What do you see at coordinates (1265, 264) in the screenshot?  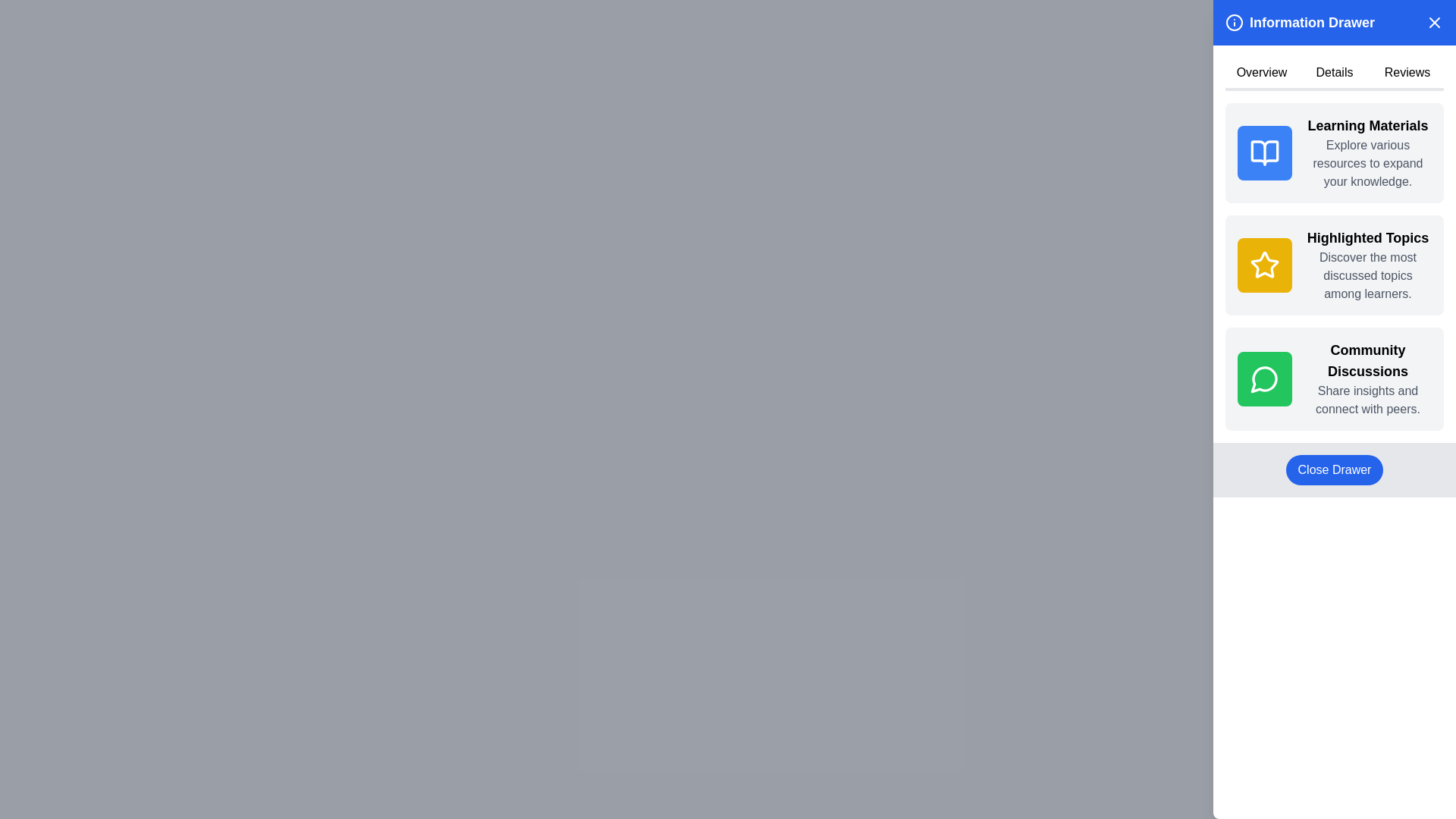 I see `the star-shaped icon with a yellow fill and a white outline located in the 'Highlighted Topics' panel, positioned between 'Learning Materials' and 'Community Discussions'` at bounding box center [1265, 264].